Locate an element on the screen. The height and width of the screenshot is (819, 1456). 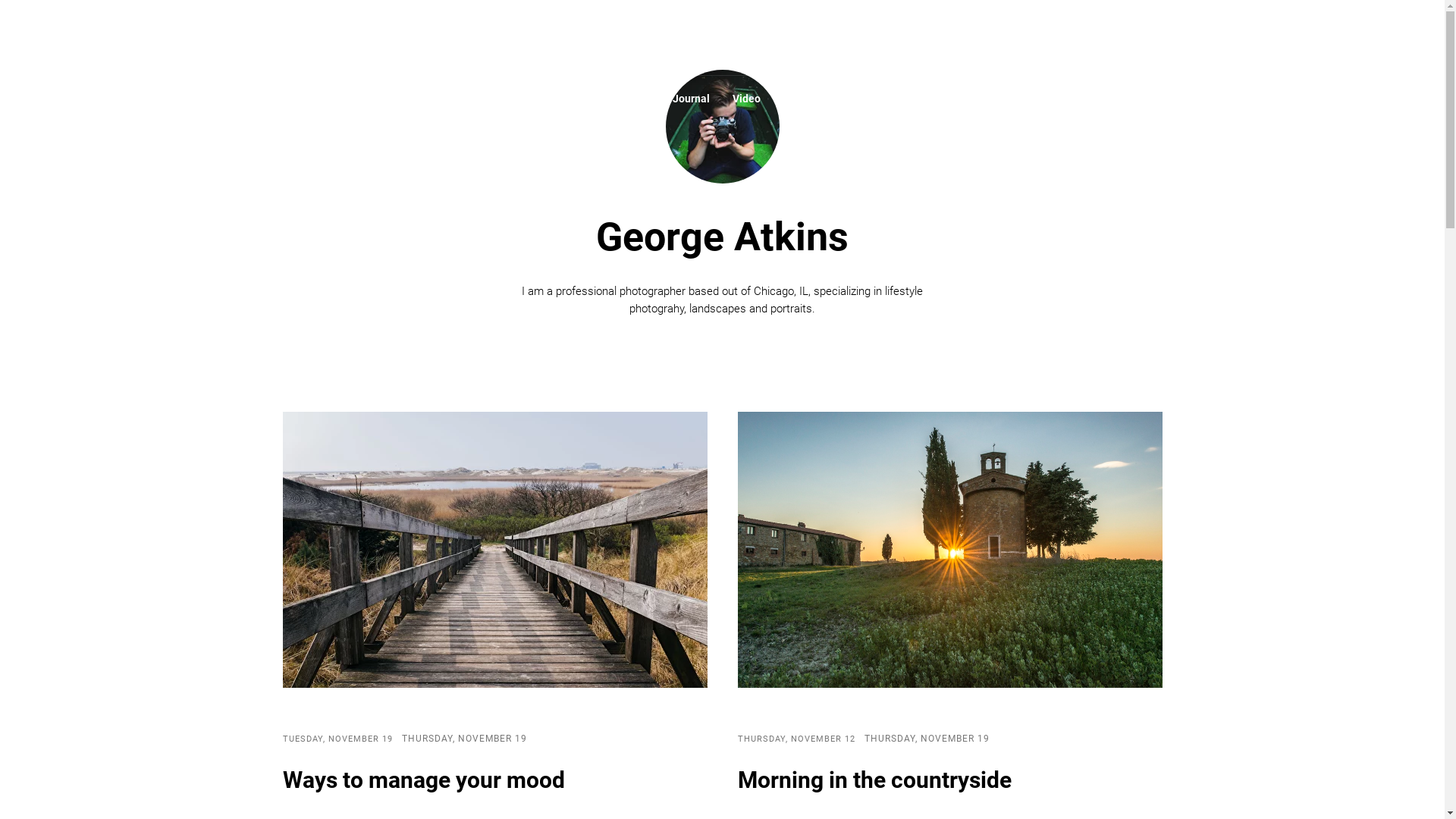
'BIKEPACKING KYRGYZSTAN' is located at coordinates (721, 37).